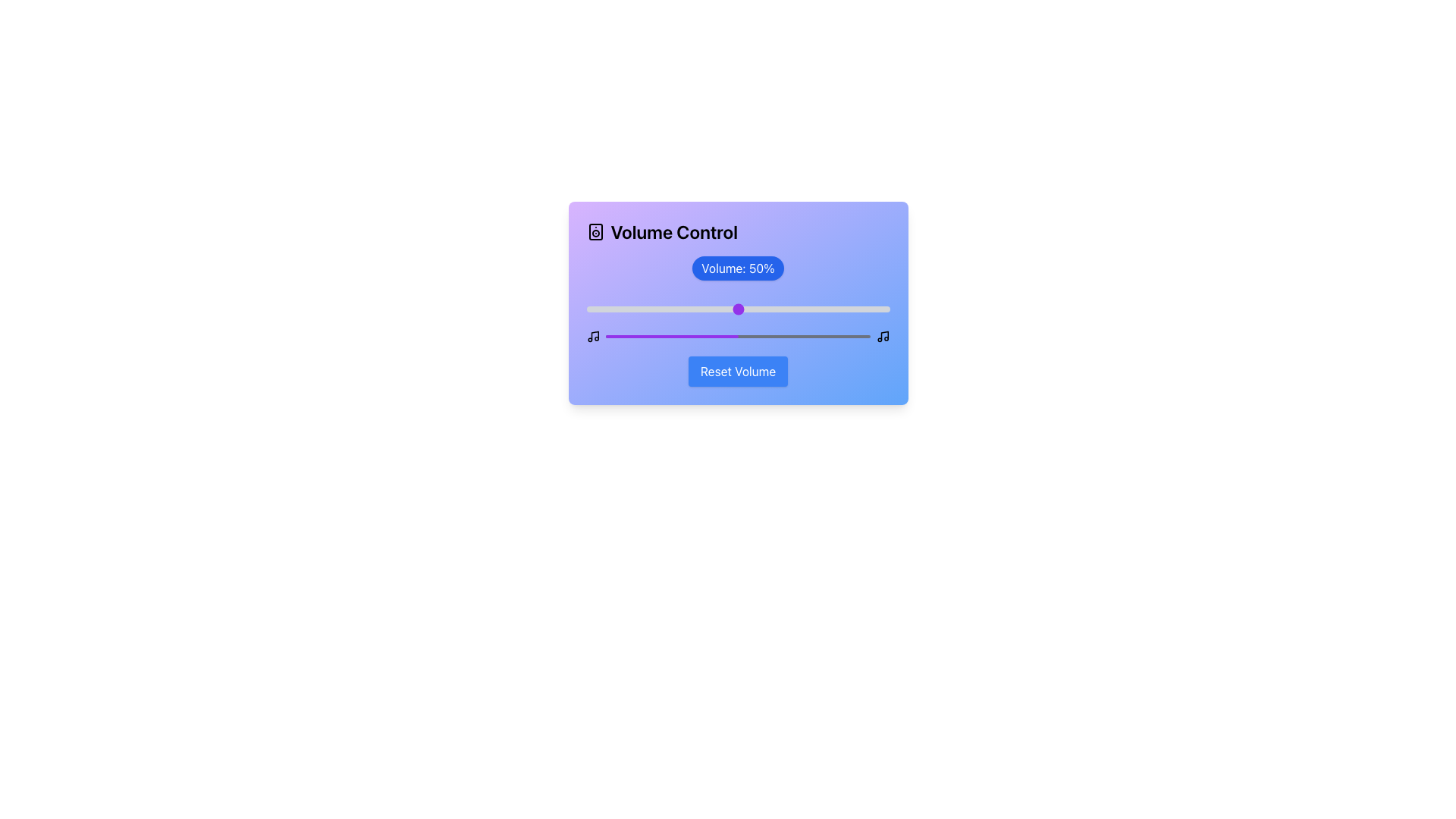  What do you see at coordinates (738, 371) in the screenshot?
I see `the 'Reset Volume' button, which is a rectangular button with a blue background and white text, located at the bottom center of the 'Volume Control' component` at bounding box center [738, 371].